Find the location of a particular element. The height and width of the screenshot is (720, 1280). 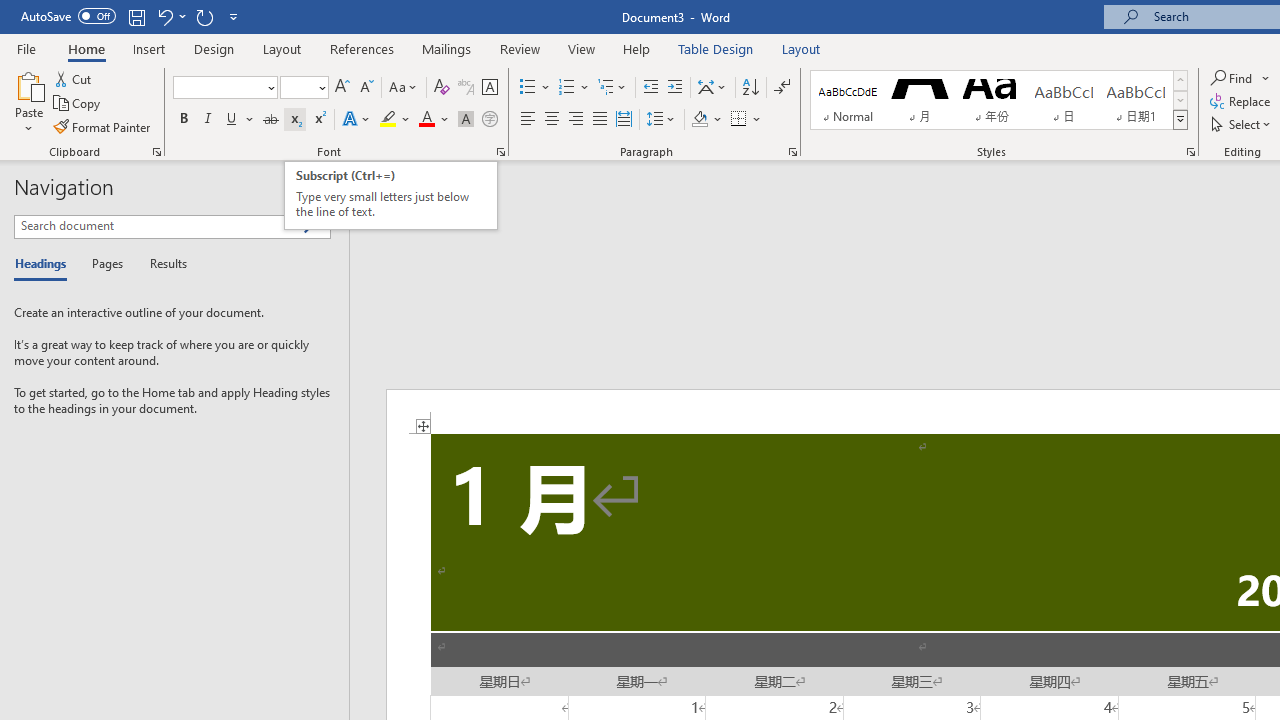

'Align Left' is located at coordinates (528, 119).